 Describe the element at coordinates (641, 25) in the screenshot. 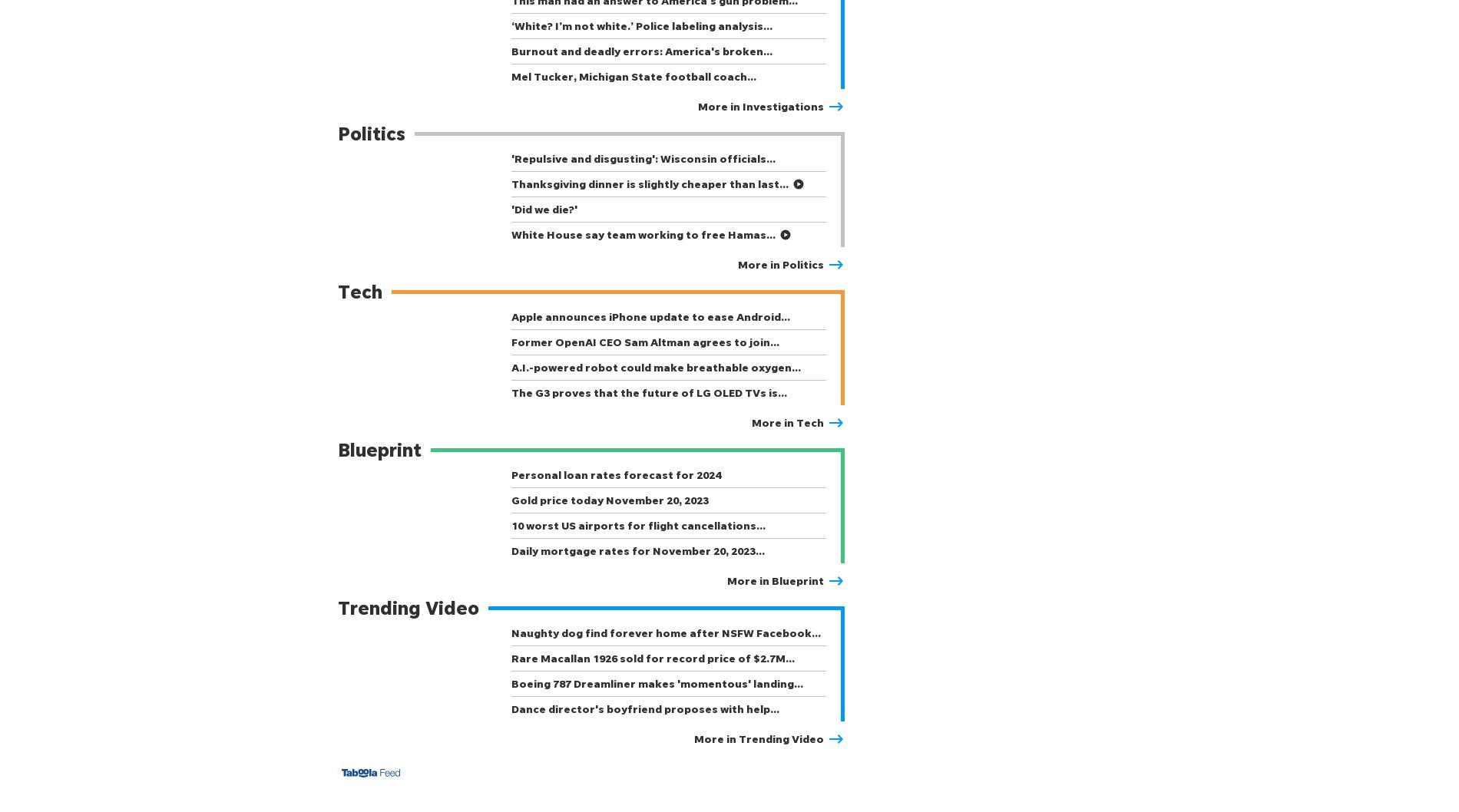

I see `'‘White? I’m not white.’ Police labeling analysis…'` at that location.